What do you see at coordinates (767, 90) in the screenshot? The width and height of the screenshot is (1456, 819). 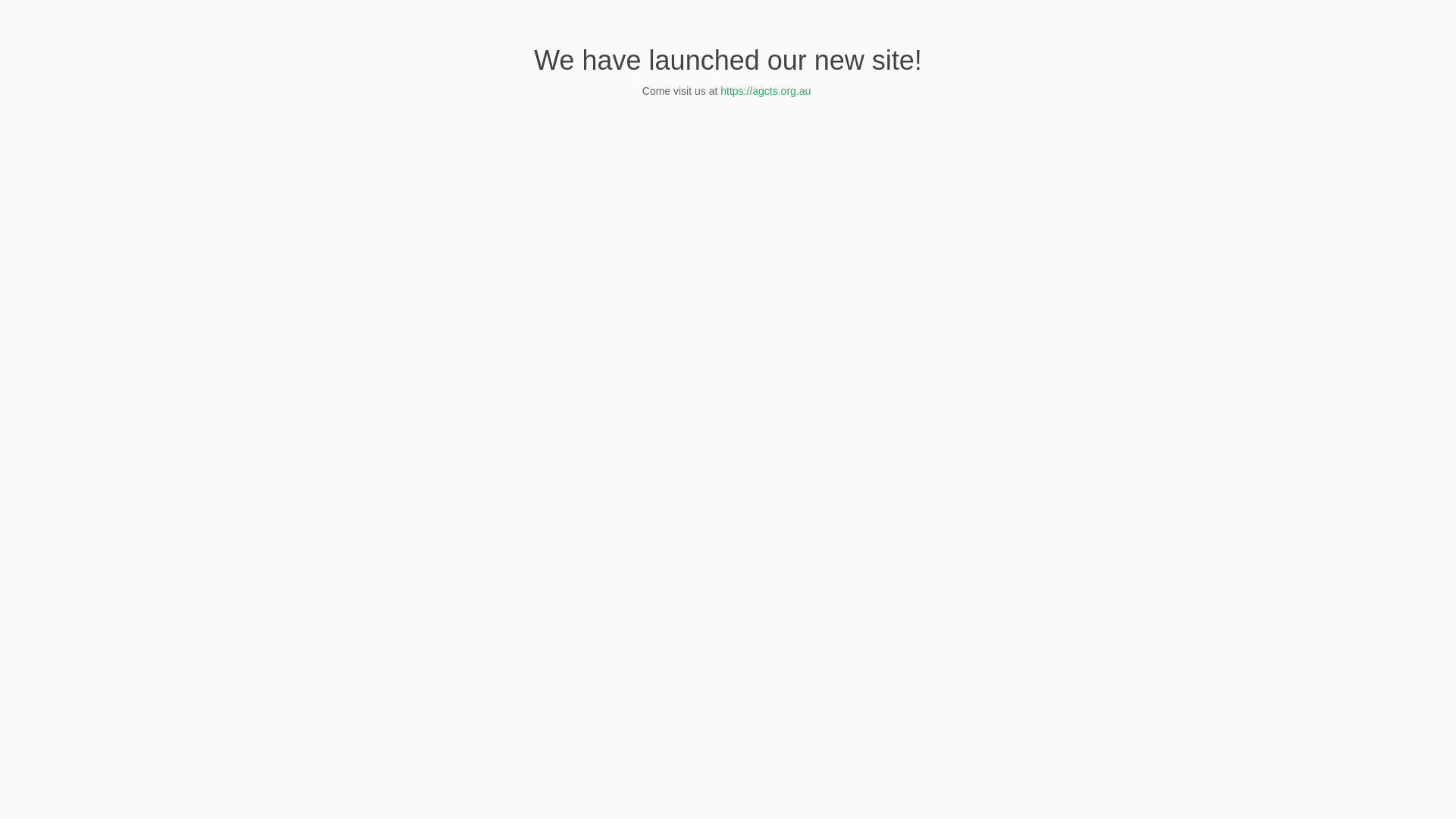 I see `'https://agcts.org.au '` at bounding box center [767, 90].